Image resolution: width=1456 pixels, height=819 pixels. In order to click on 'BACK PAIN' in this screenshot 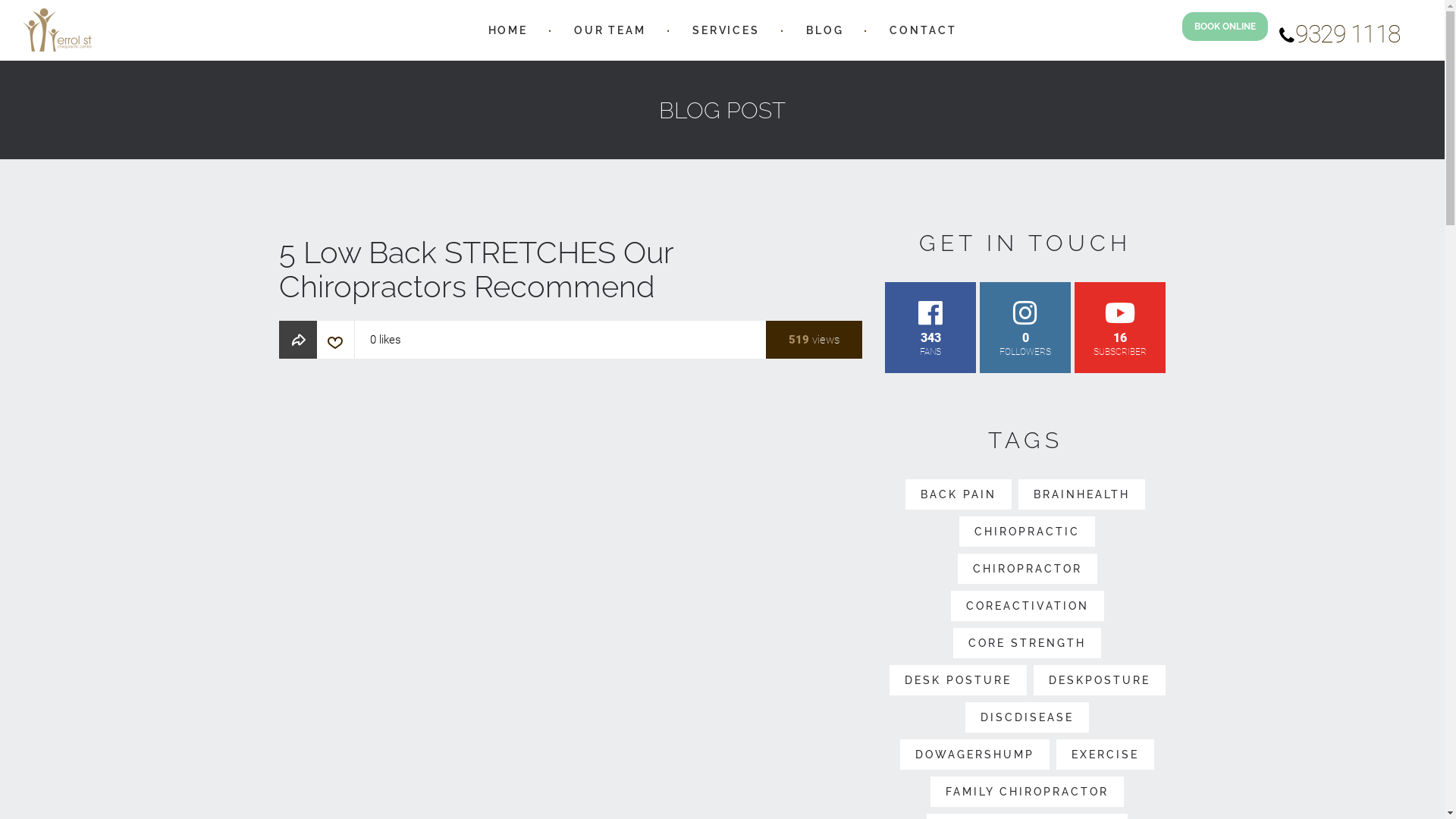, I will do `click(957, 494)`.